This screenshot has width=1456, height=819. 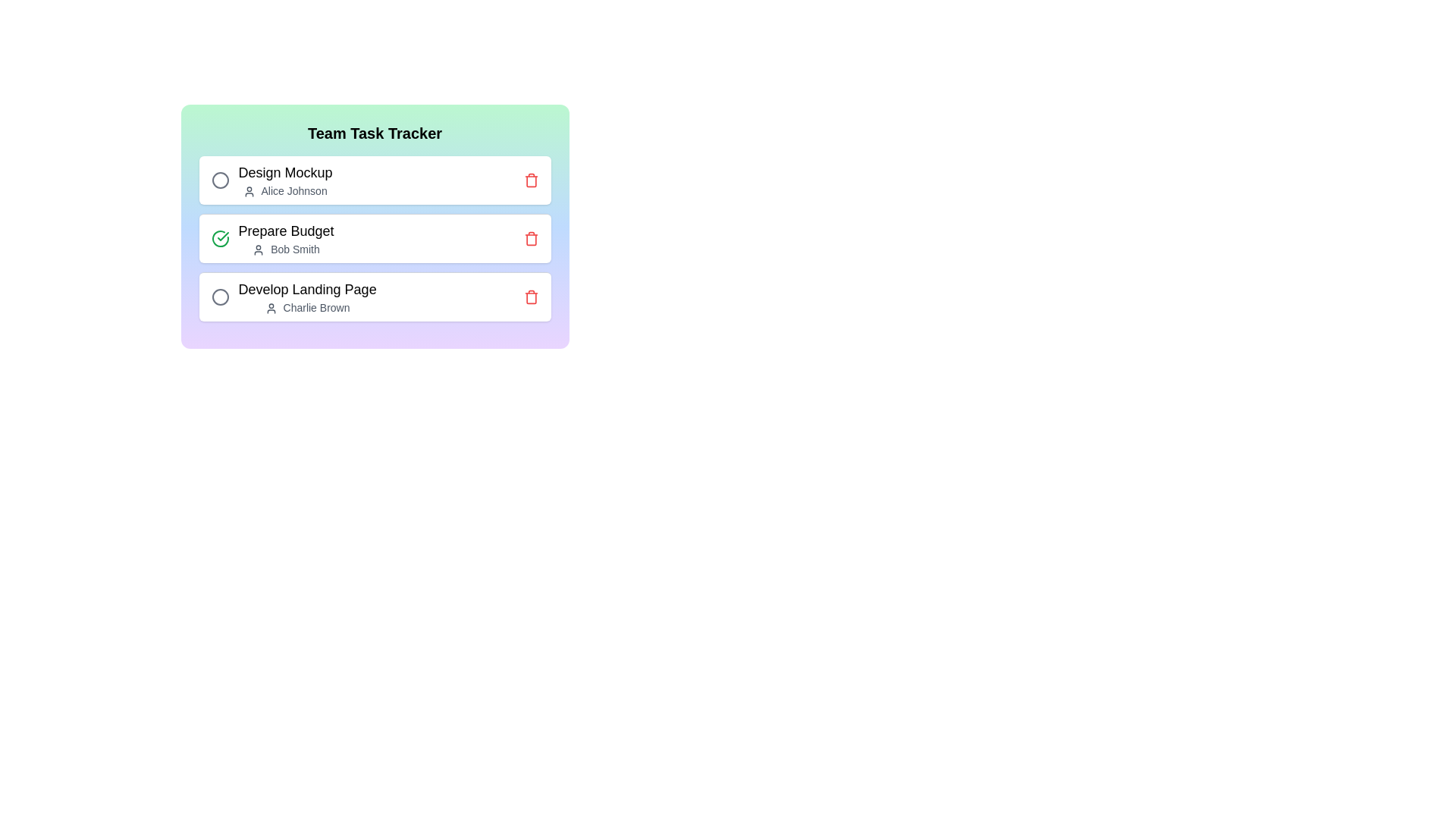 What do you see at coordinates (531, 239) in the screenshot?
I see `the trash icon to delete the task Prepare Budget` at bounding box center [531, 239].